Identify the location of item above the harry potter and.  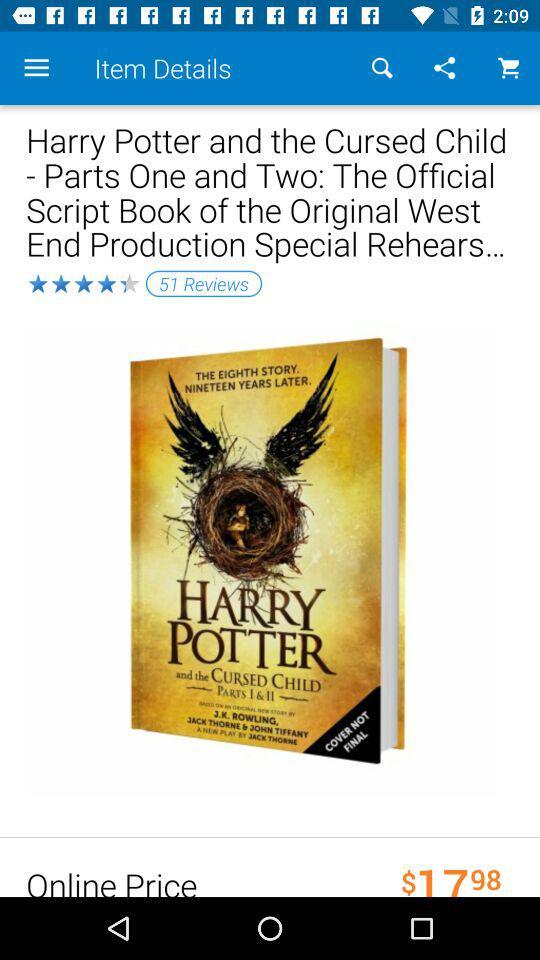
(382, 68).